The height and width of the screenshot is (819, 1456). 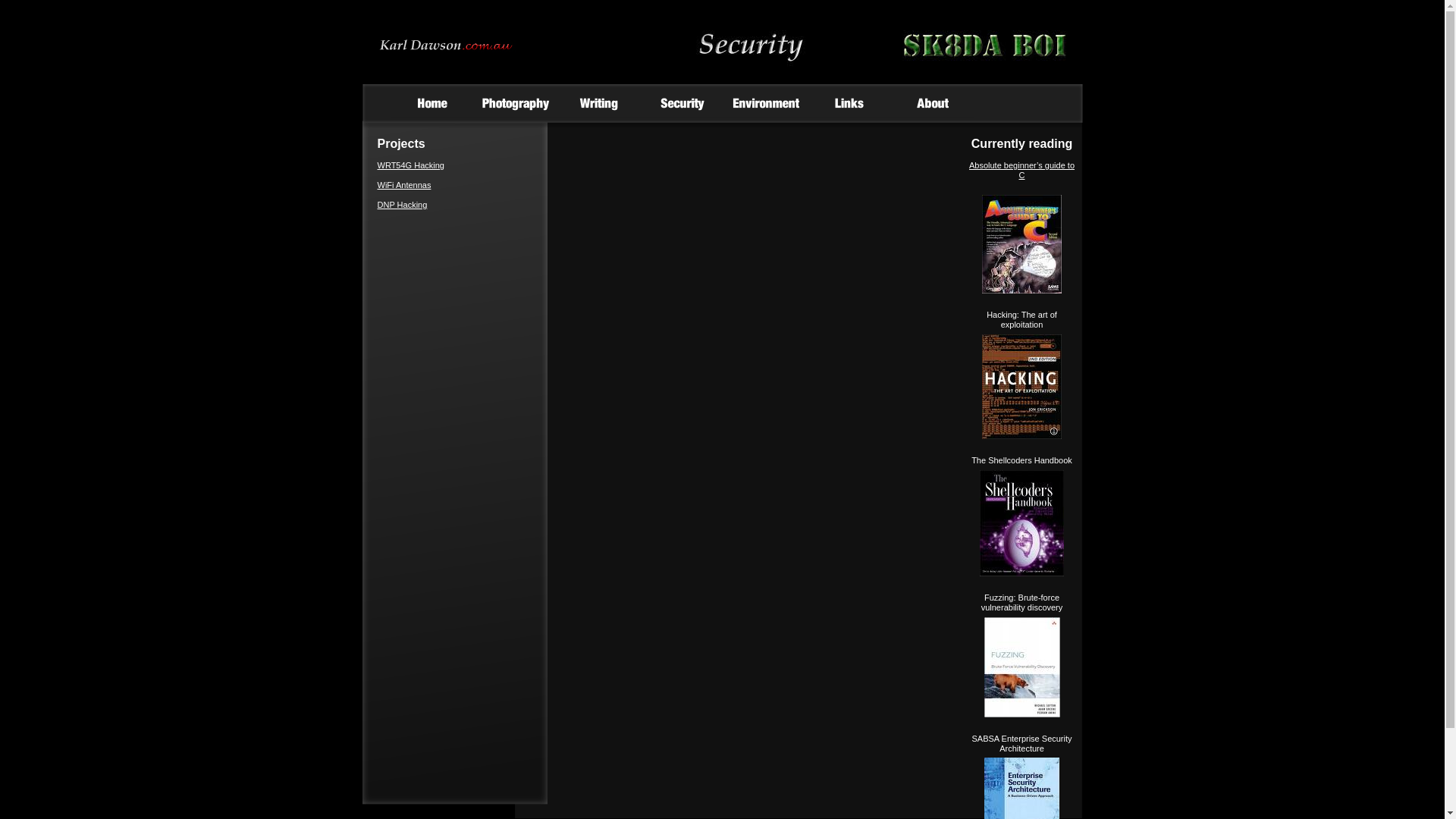 I want to click on 'WiFi Antennas', so click(x=404, y=184).